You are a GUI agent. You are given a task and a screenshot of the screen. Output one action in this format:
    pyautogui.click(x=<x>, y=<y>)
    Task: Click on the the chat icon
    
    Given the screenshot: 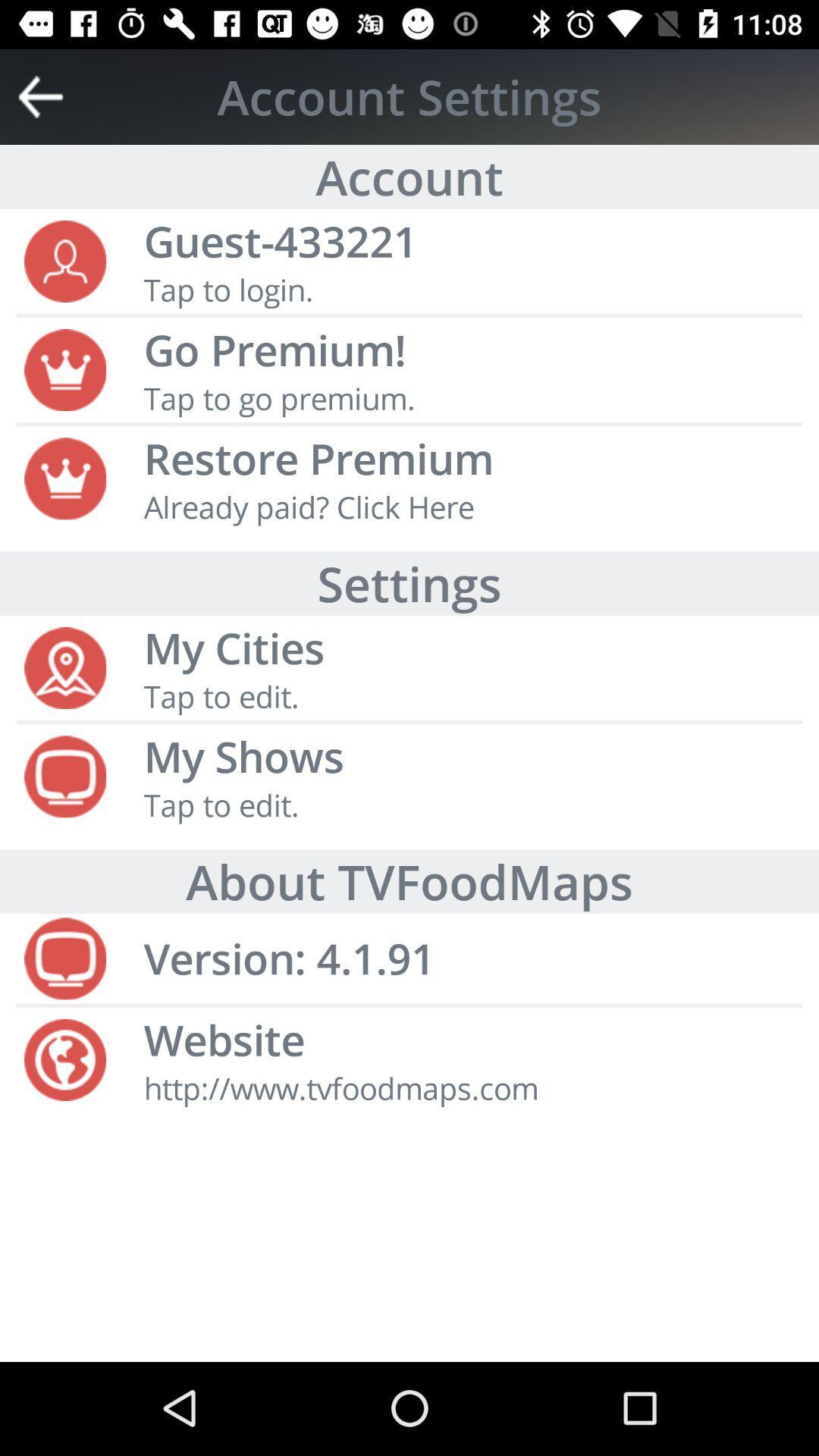 What is the action you would take?
    pyautogui.click(x=64, y=956)
    